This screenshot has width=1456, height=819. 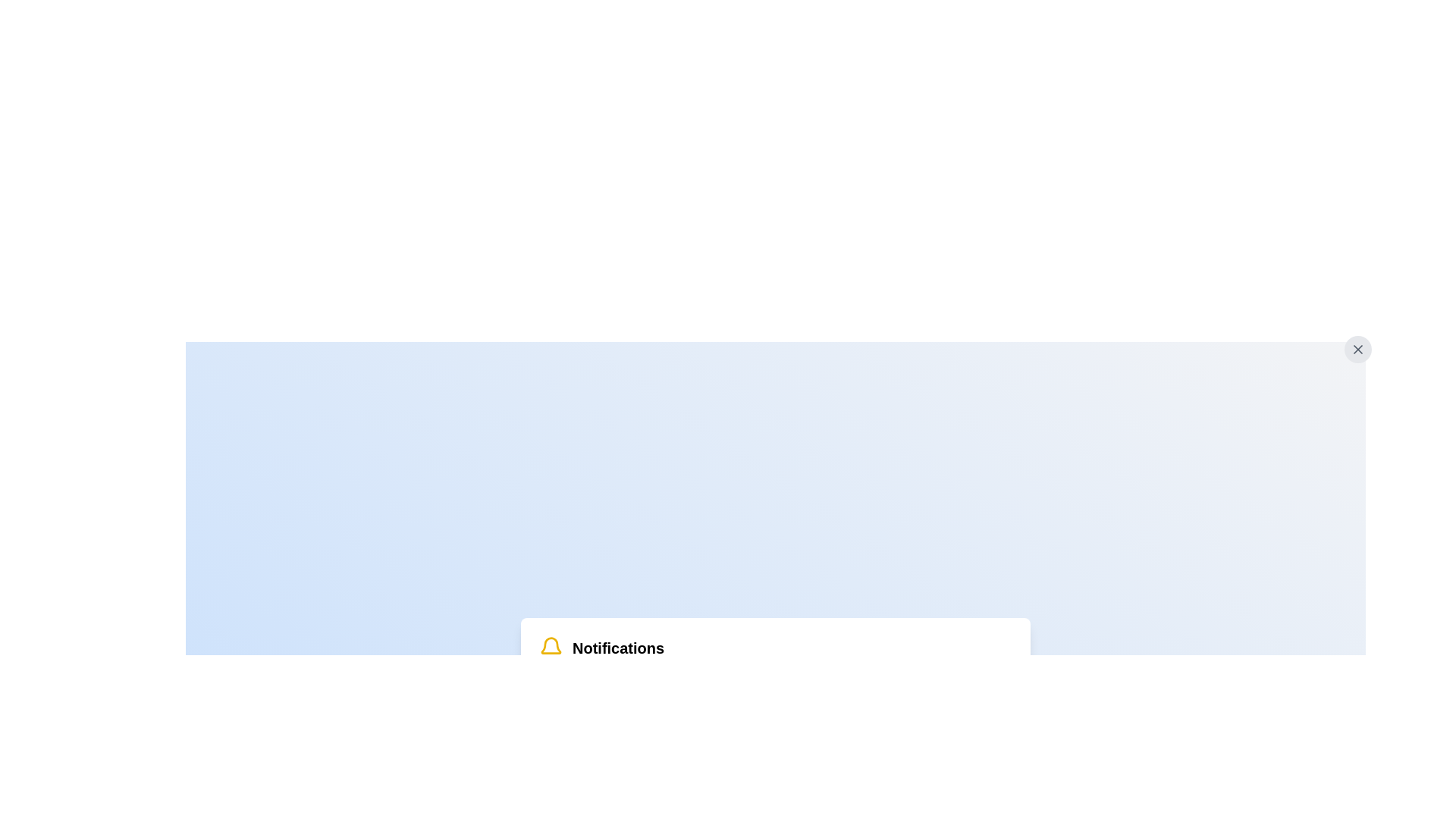 I want to click on the notification bell icon, which is the leftmost element in the group before the header text 'Notifications', so click(x=550, y=648).